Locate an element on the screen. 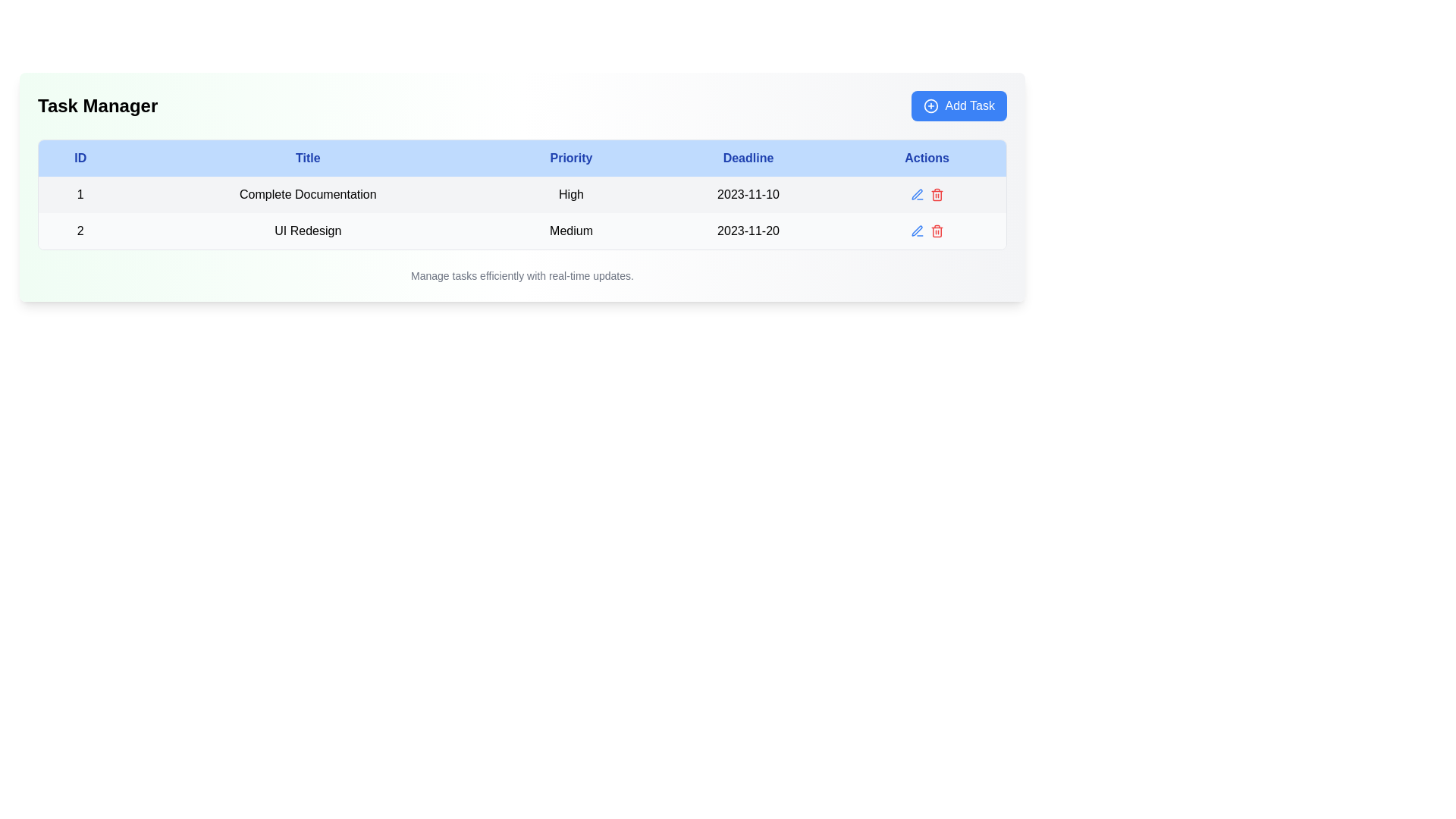 This screenshot has height=819, width=1456. the static text element that serves as an identifier for the table row, located in the first cell of the second row, directly below the numeral '1' from the first row and preceding the text 'UI Redesign' is located at coordinates (80, 231).